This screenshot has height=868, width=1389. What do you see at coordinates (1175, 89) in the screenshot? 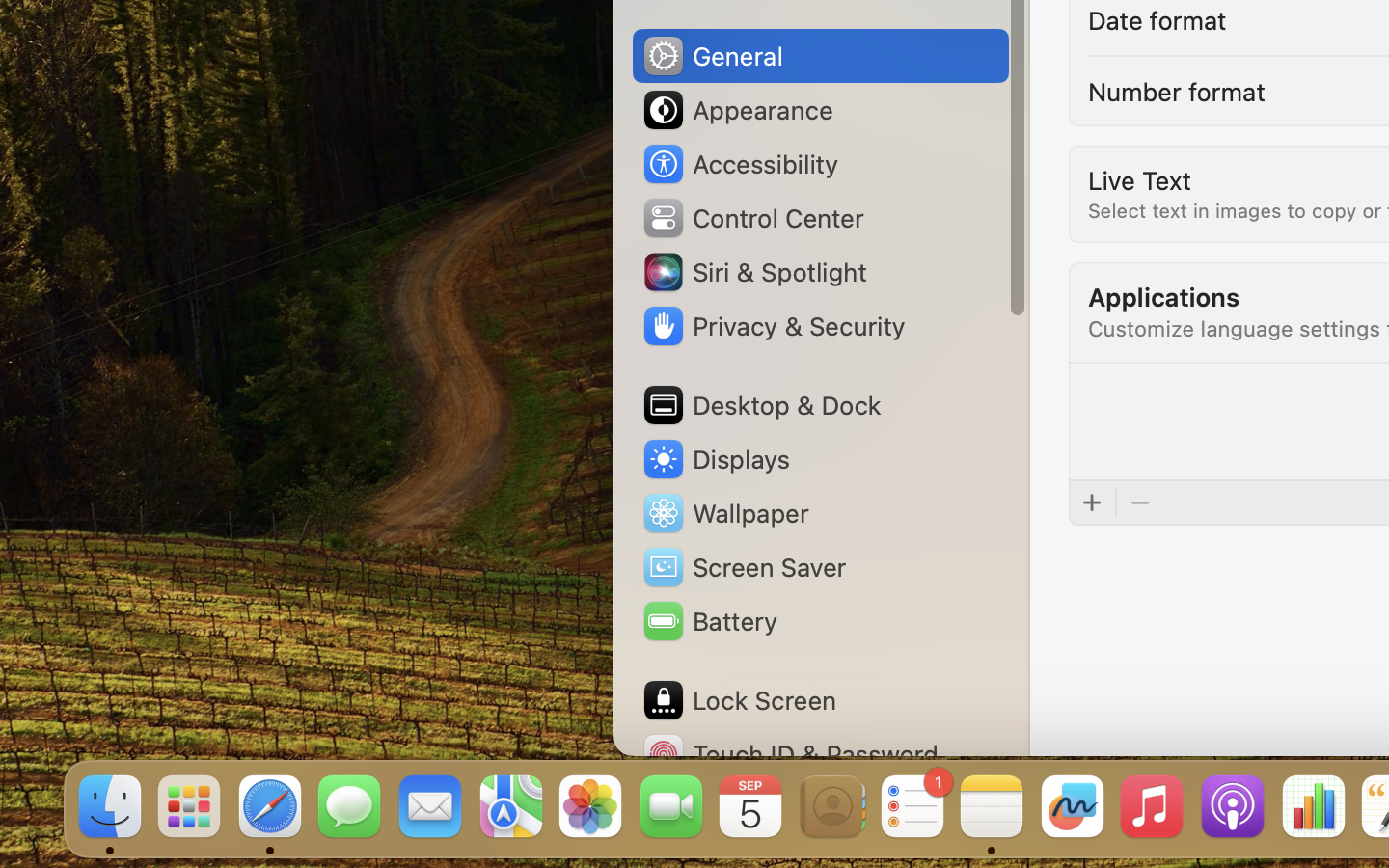
I see `'Number format'` at bounding box center [1175, 89].